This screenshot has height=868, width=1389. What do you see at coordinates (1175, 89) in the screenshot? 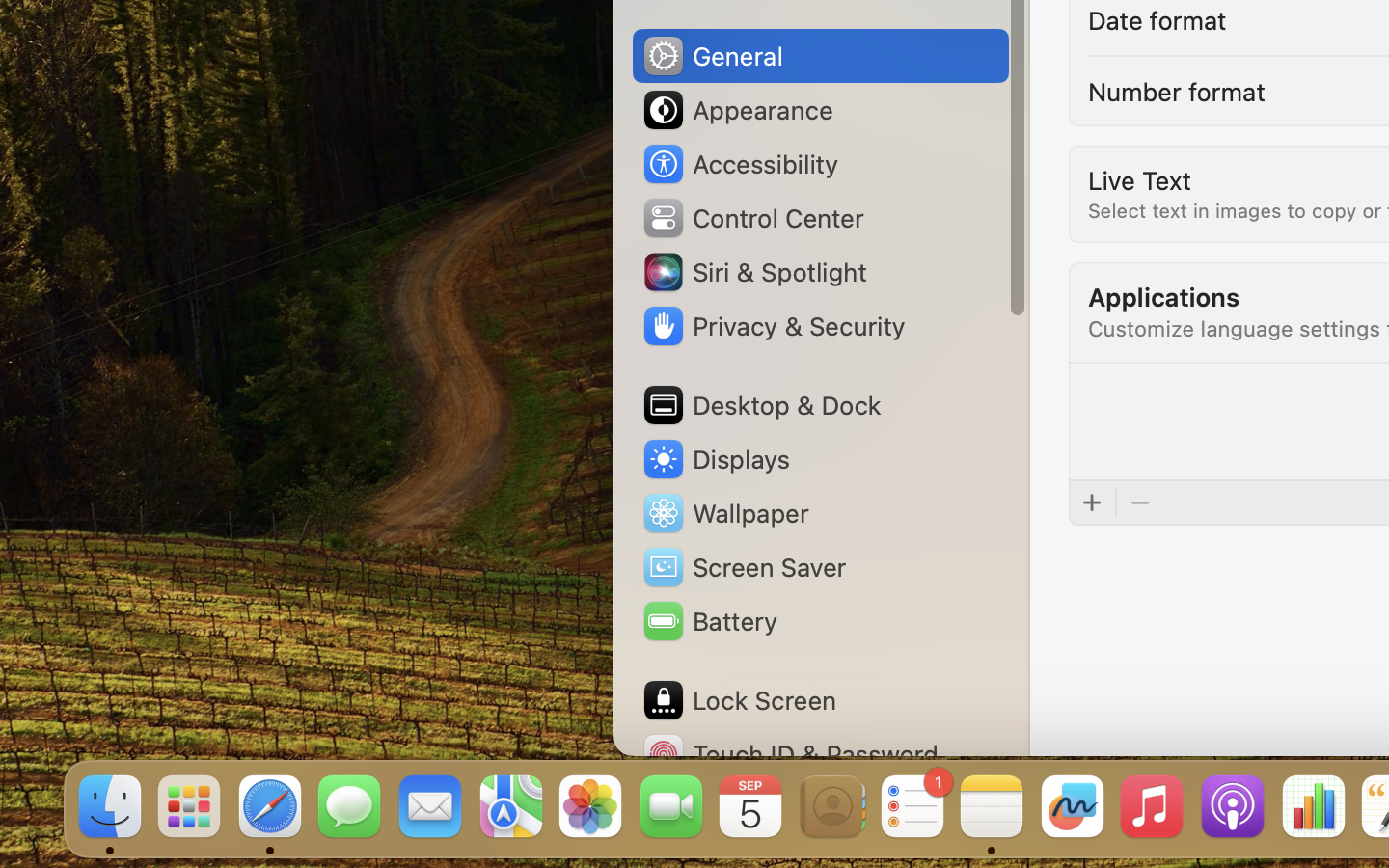
I see `'Number format'` at bounding box center [1175, 89].